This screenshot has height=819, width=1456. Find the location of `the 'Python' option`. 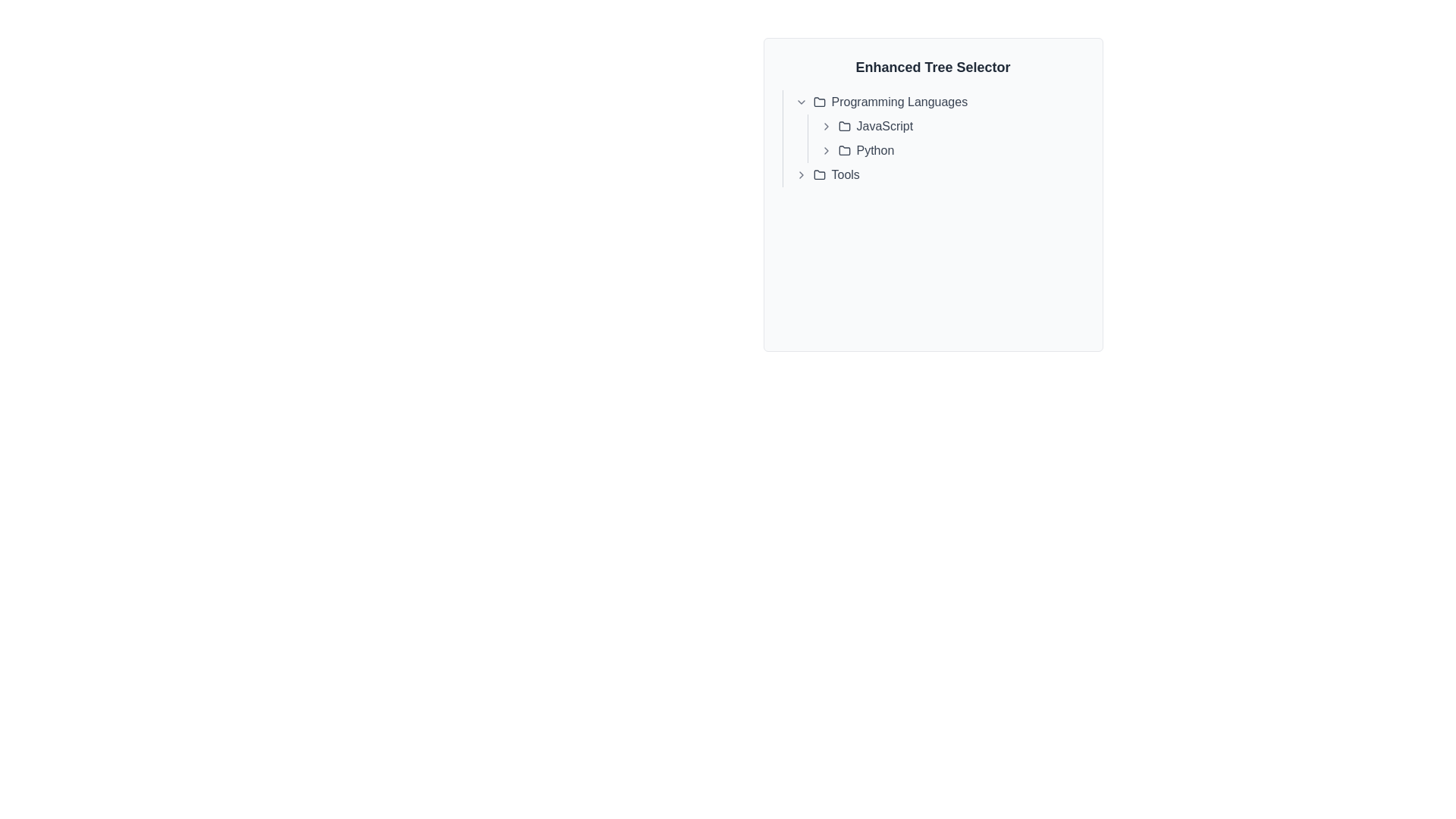

the 'Python' option is located at coordinates (875, 151).